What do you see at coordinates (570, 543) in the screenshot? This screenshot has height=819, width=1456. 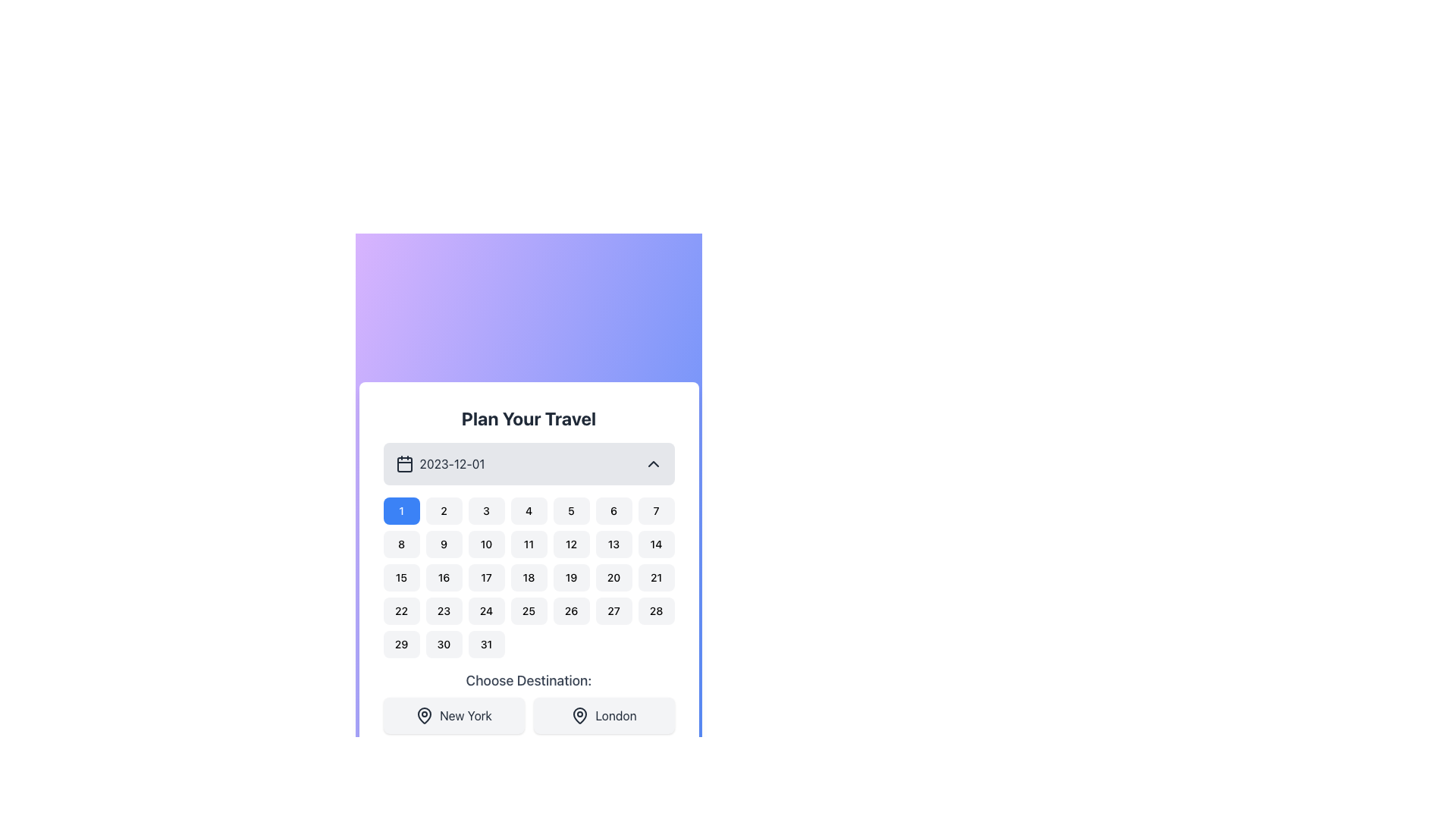 I see `the button that allows the user to select the date '12' within the calendar component located in the second row and fifth column of the grid layout` at bounding box center [570, 543].